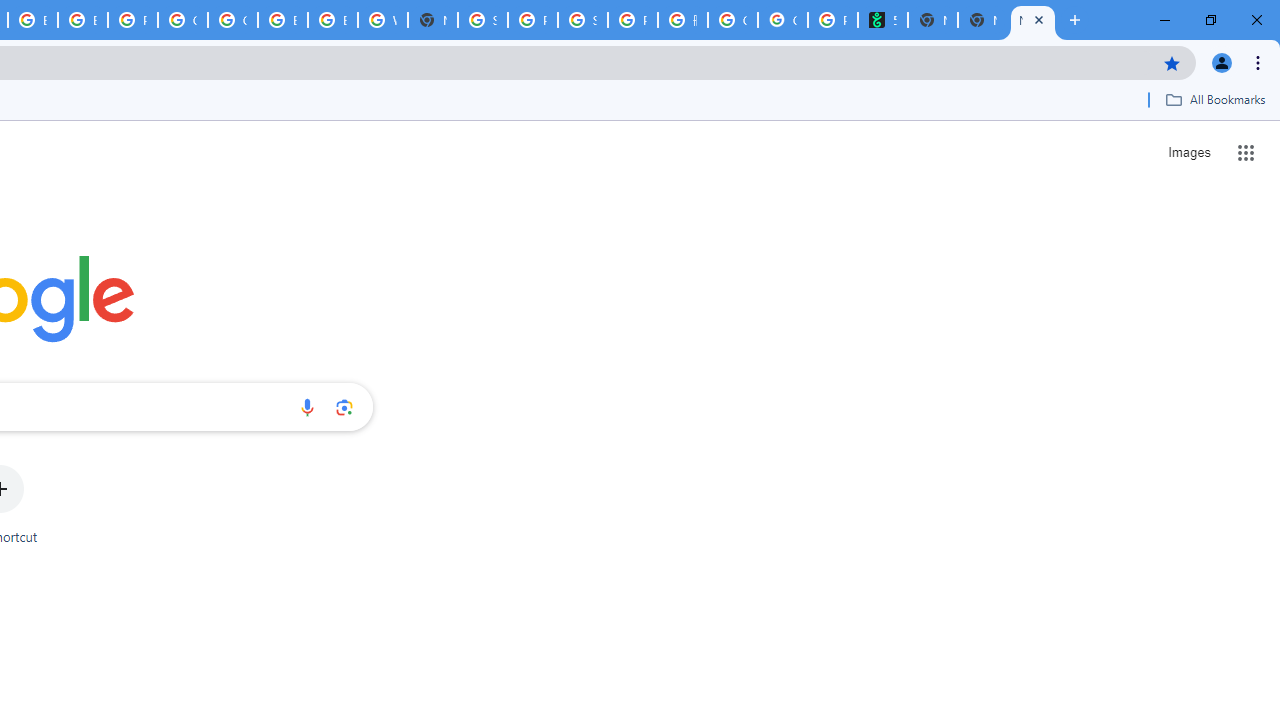 The width and height of the screenshot is (1280, 720). Describe the element at coordinates (282, 20) in the screenshot. I see `'Browse Chrome as a guest - Computer - Google Chrome Help'` at that location.